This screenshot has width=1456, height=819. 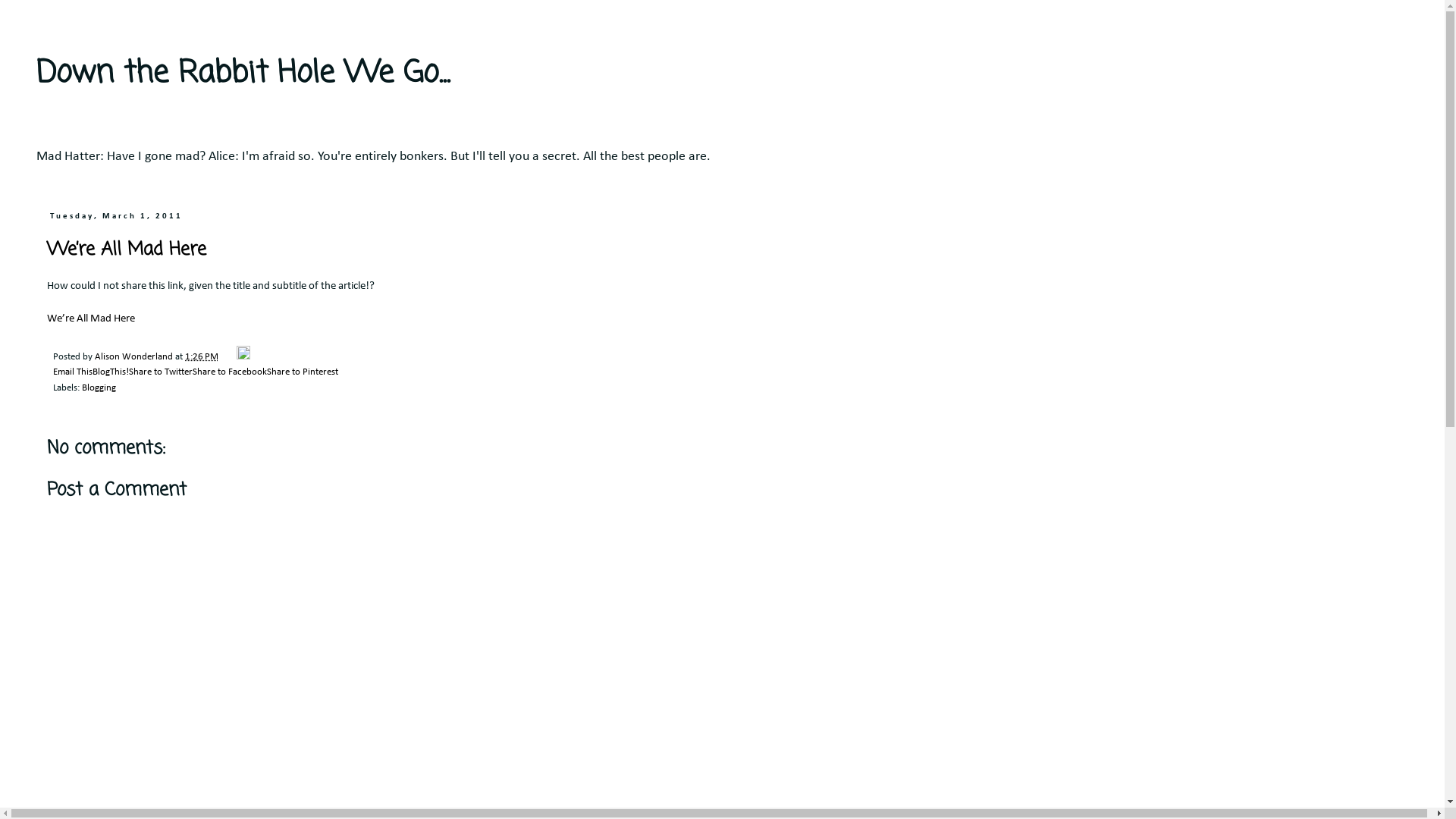 I want to click on 'Email This', so click(x=72, y=372).